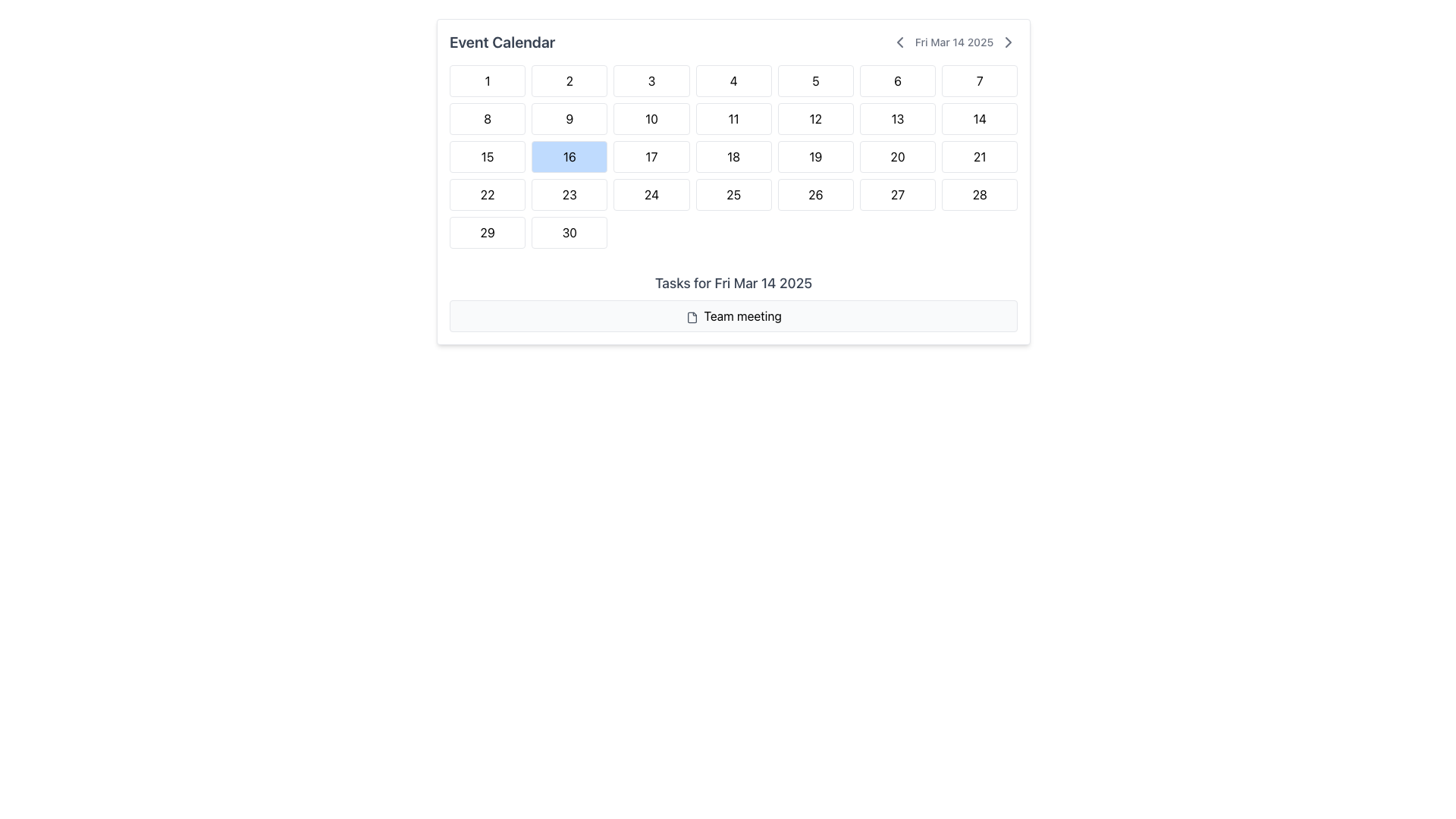 This screenshot has height=819, width=1456. I want to click on the interactive calendar cell displaying the number '22', located in the fourth row and first column of the calendar grid, so click(488, 194).